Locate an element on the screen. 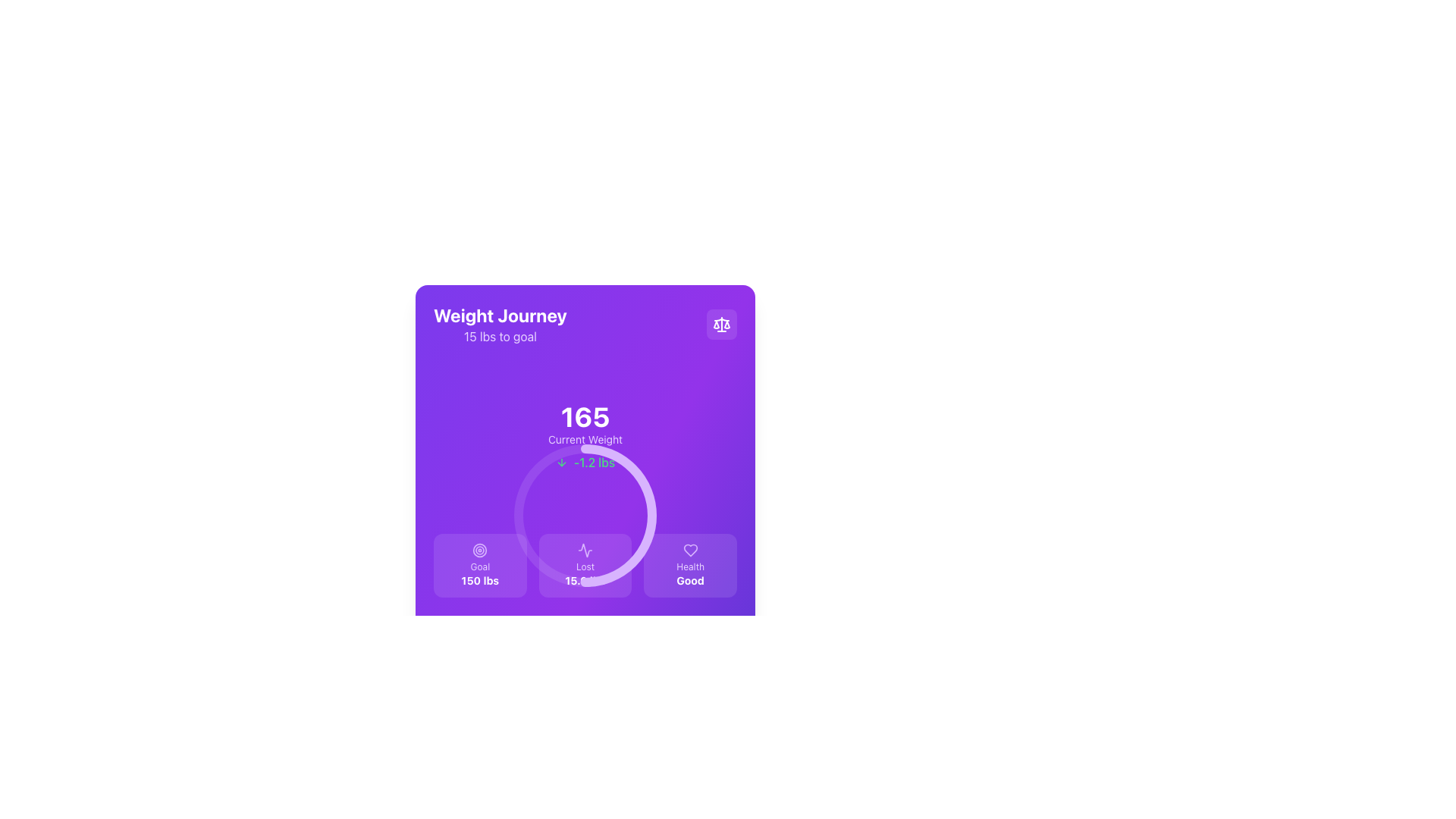 The image size is (1456, 819). the 'Current Weight' label element, which displays the text in light purple on a vibrant purple background, positioned directly beneath the bold text '165' is located at coordinates (585, 439).